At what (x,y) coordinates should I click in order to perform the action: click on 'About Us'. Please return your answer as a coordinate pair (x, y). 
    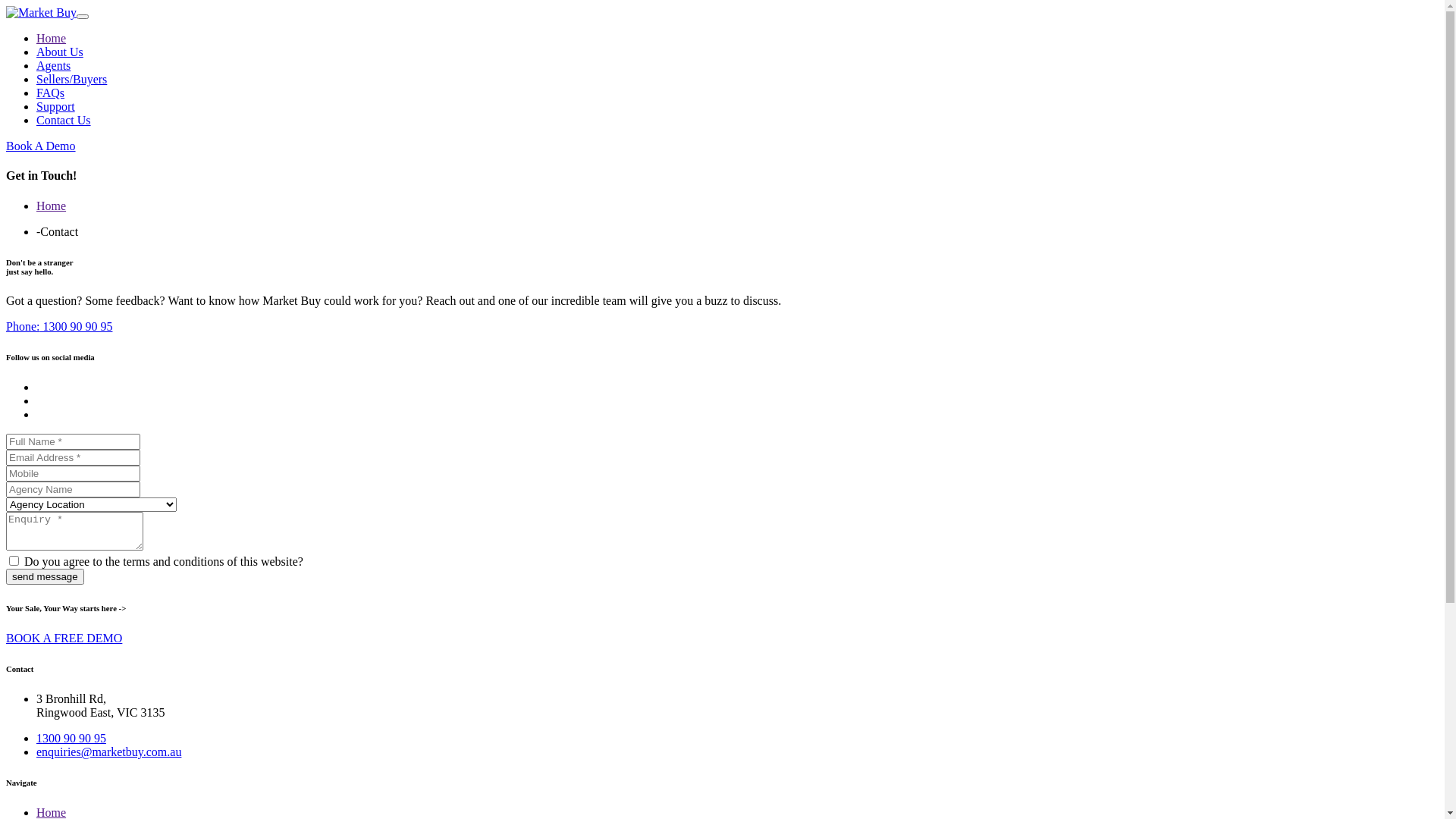
    Looking at the image, I should click on (59, 51).